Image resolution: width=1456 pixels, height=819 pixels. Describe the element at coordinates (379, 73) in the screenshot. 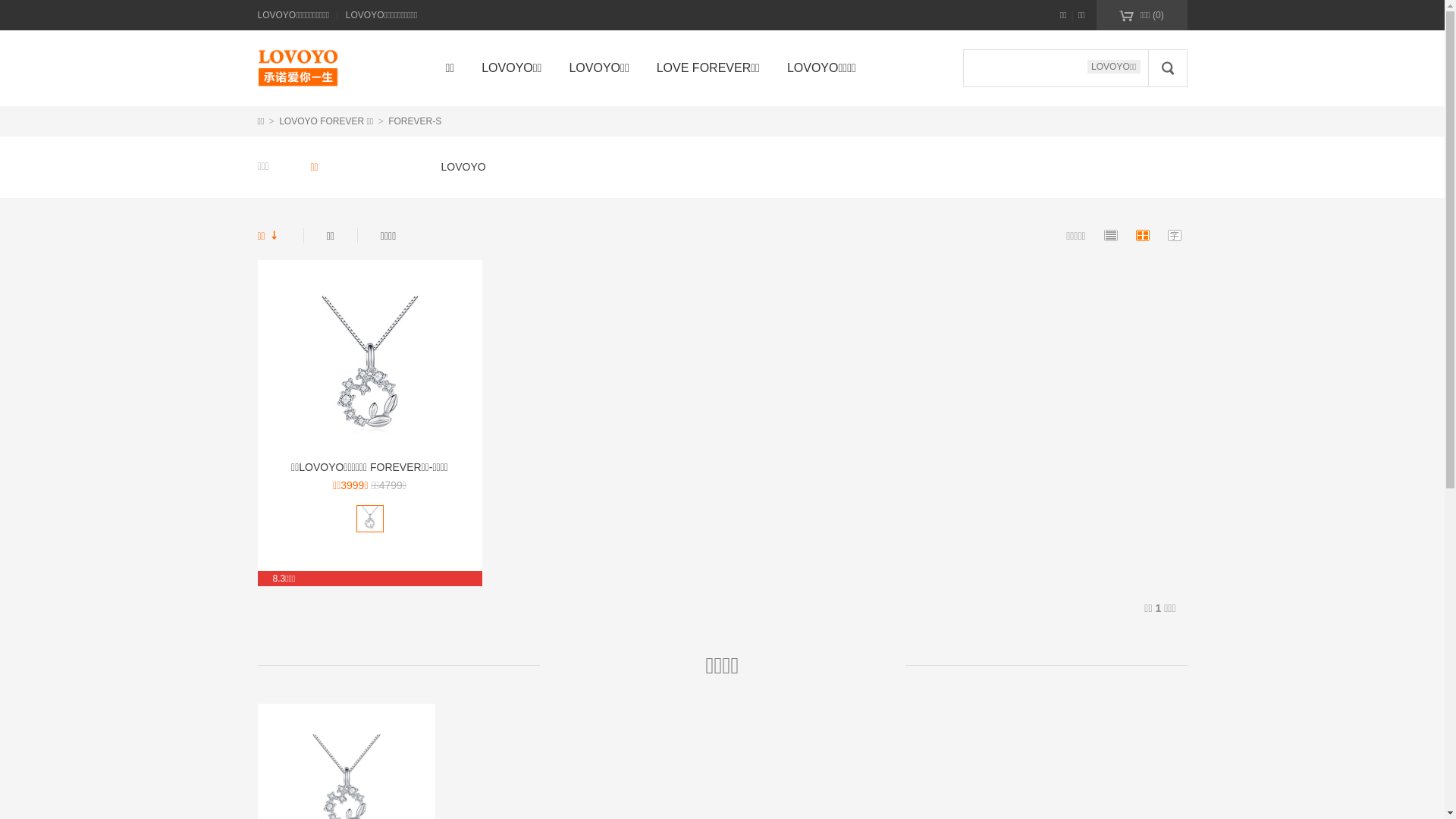

I see `'  '` at that location.